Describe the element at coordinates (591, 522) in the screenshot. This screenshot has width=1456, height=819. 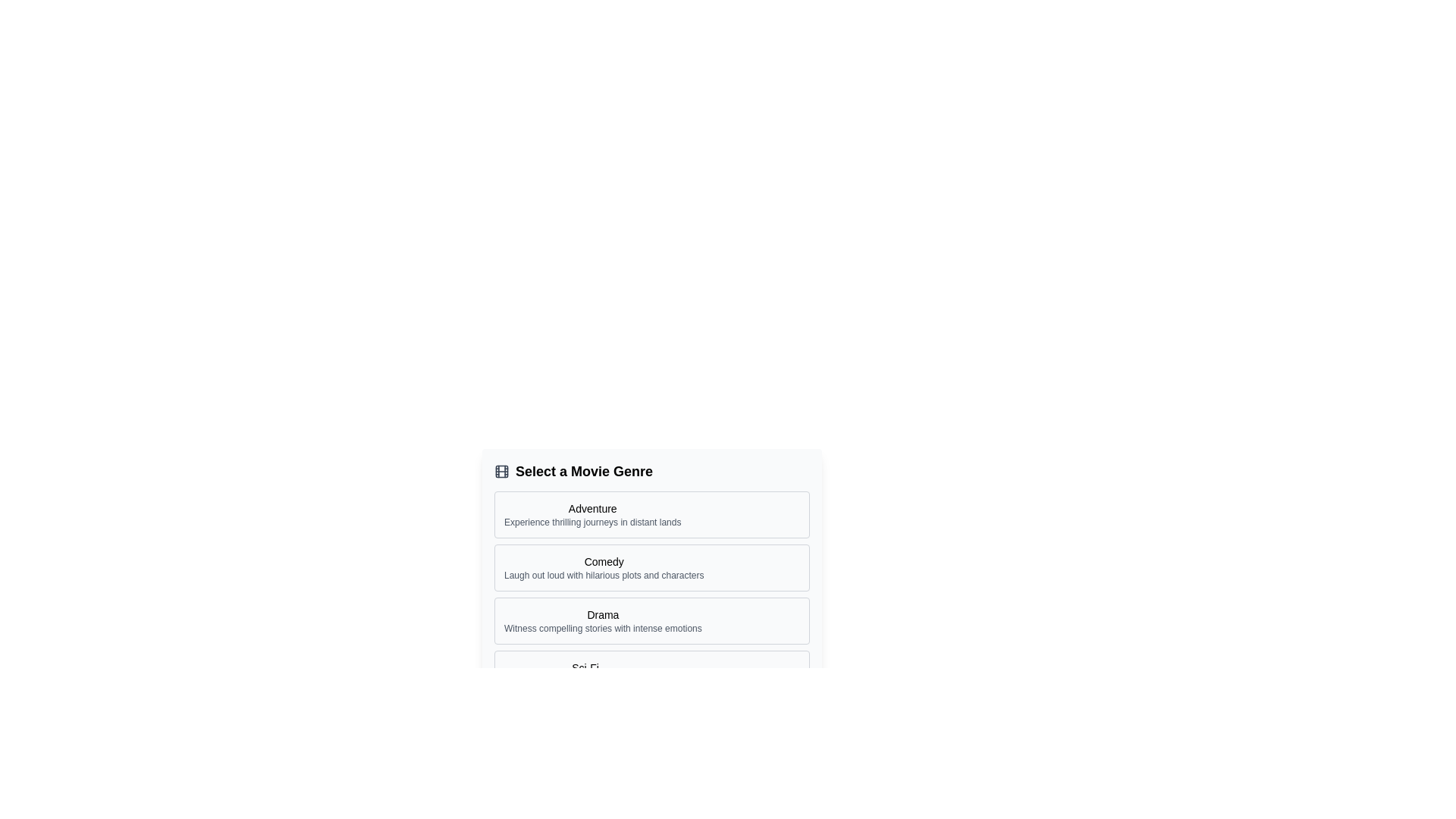
I see `the text label that says 'Experience thrilling journeys in distant lands,' located below the 'Adventure' headline in the movie genres list` at that location.